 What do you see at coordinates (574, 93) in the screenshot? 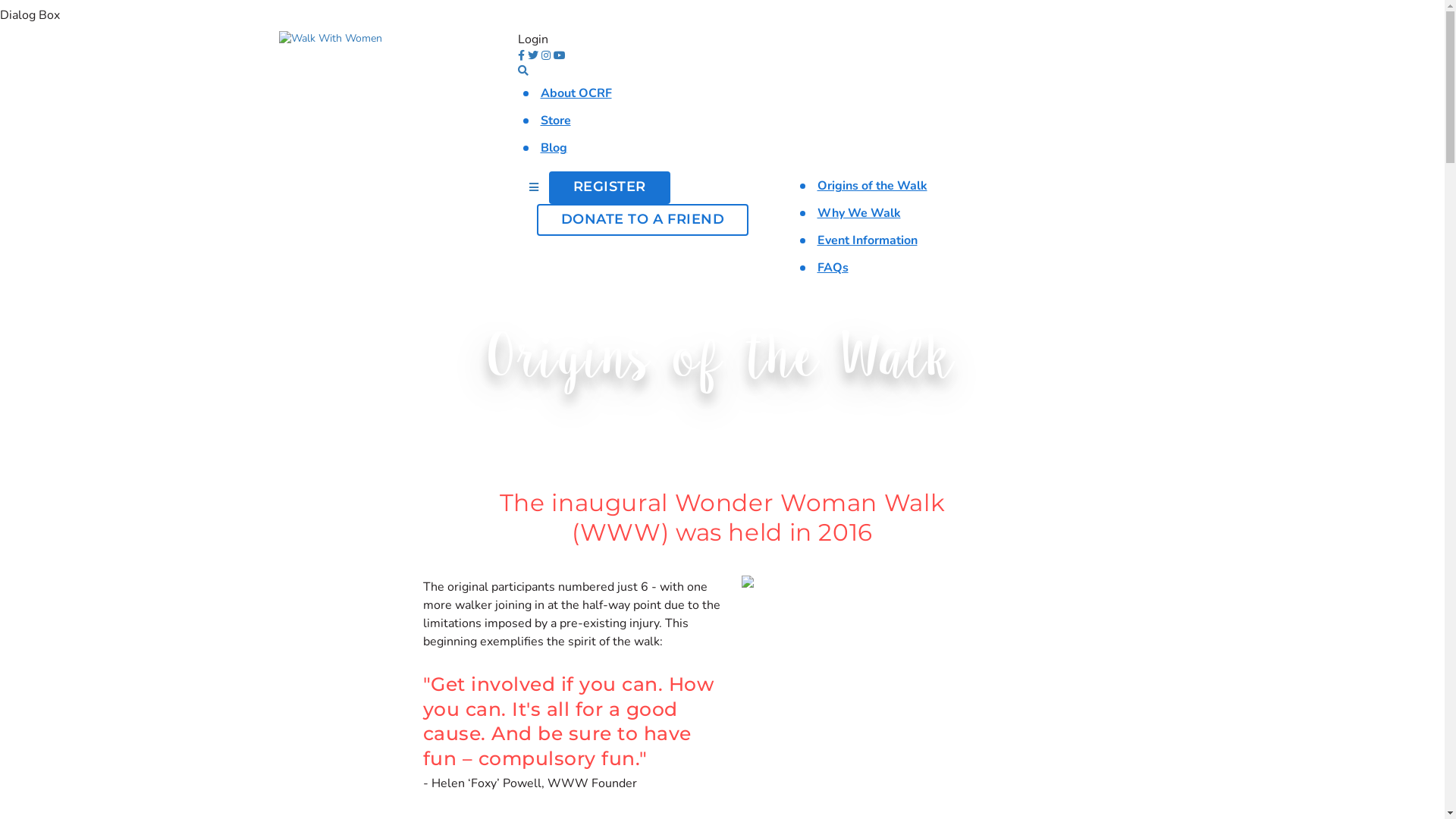
I see `'About OCRF'` at bounding box center [574, 93].